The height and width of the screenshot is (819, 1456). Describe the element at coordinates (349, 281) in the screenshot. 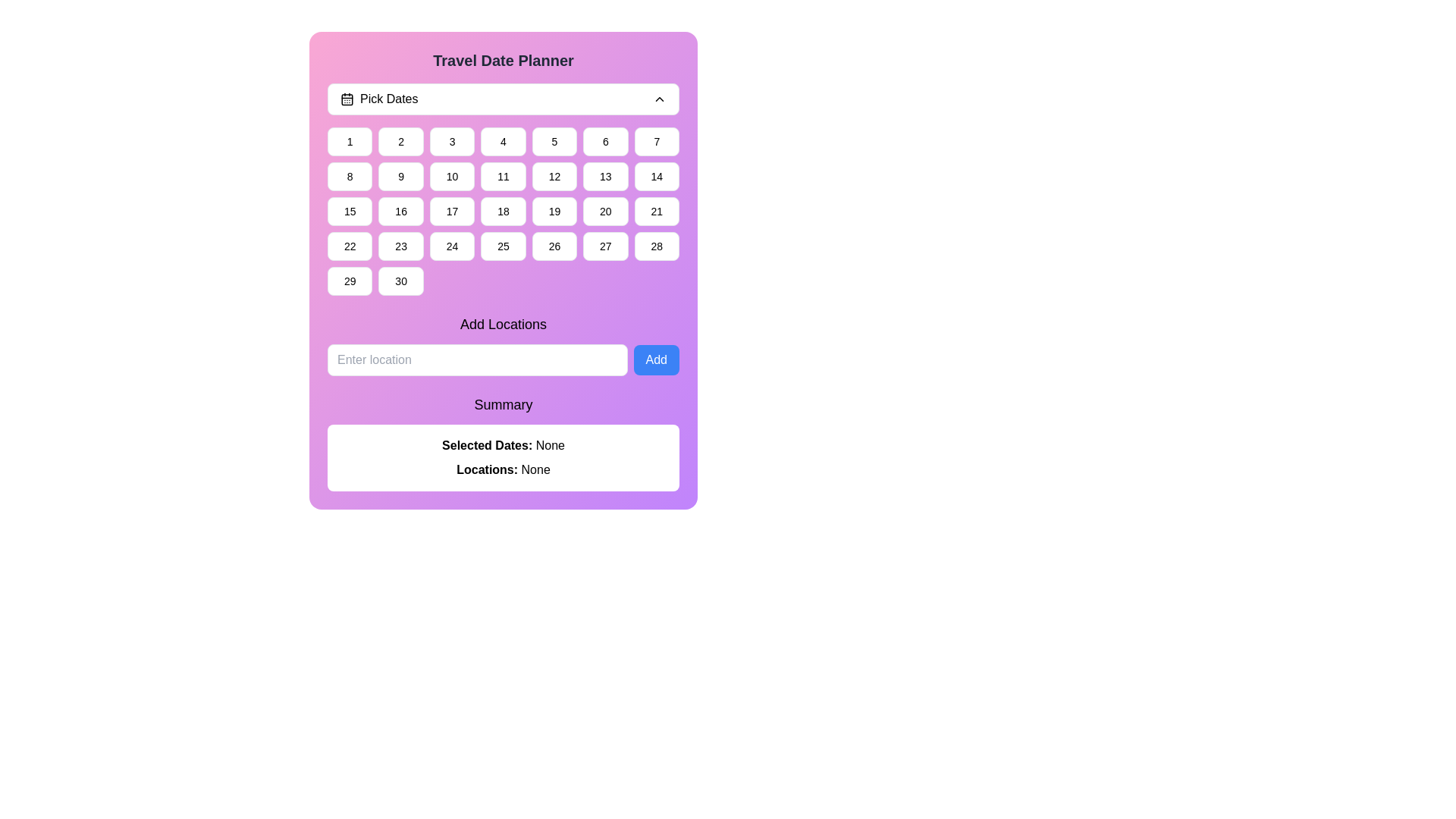

I see `the square button with a white background and black text displaying the number '29'` at that location.